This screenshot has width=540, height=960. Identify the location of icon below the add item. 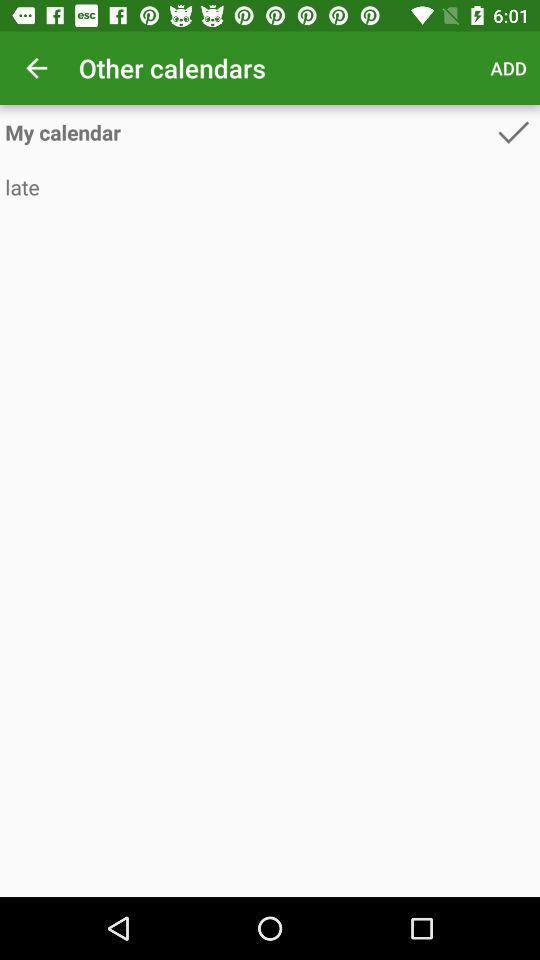
(513, 131).